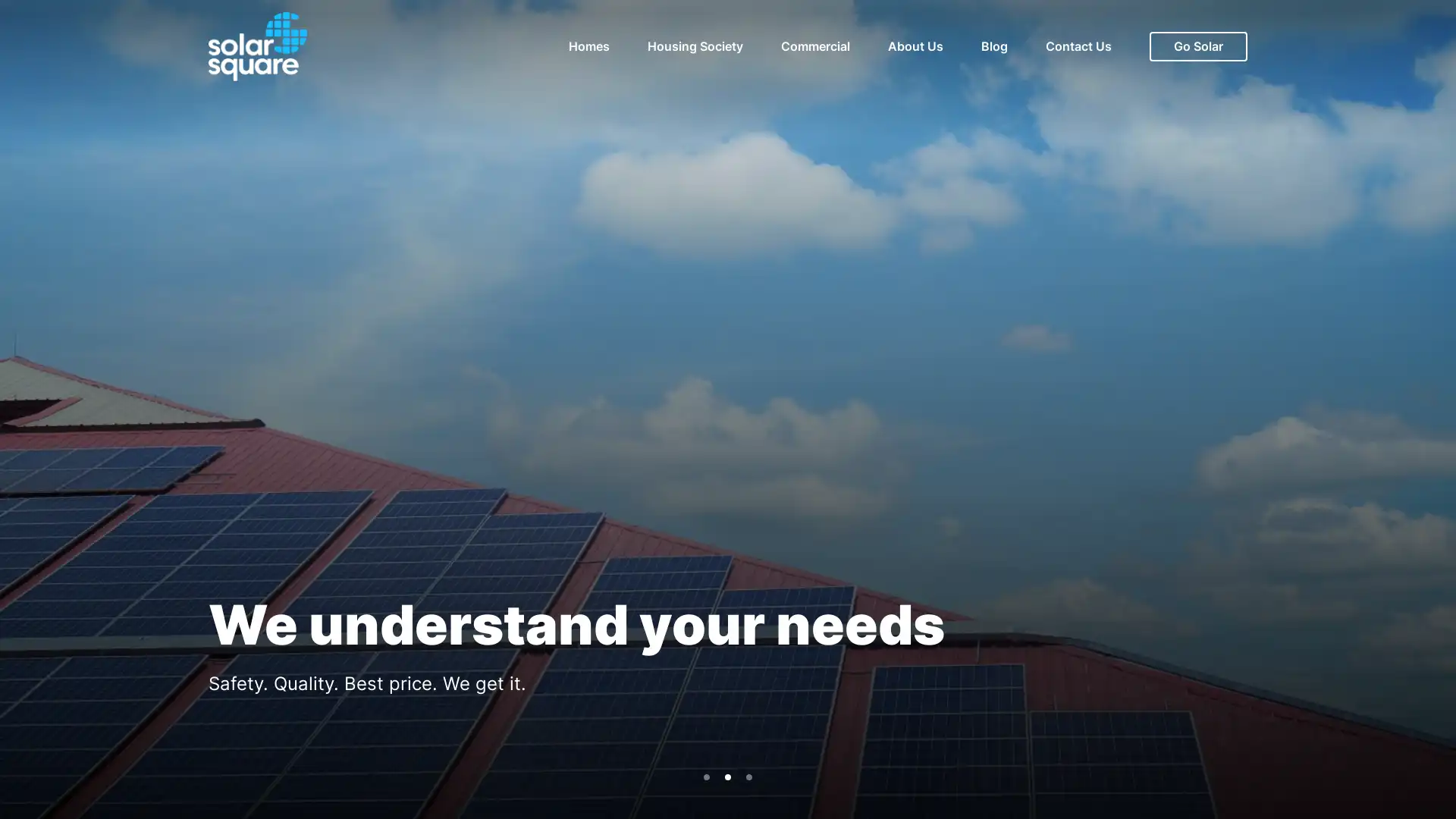  What do you see at coordinates (749, 777) in the screenshot?
I see `Go to slide 3` at bounding box center [749, 777].